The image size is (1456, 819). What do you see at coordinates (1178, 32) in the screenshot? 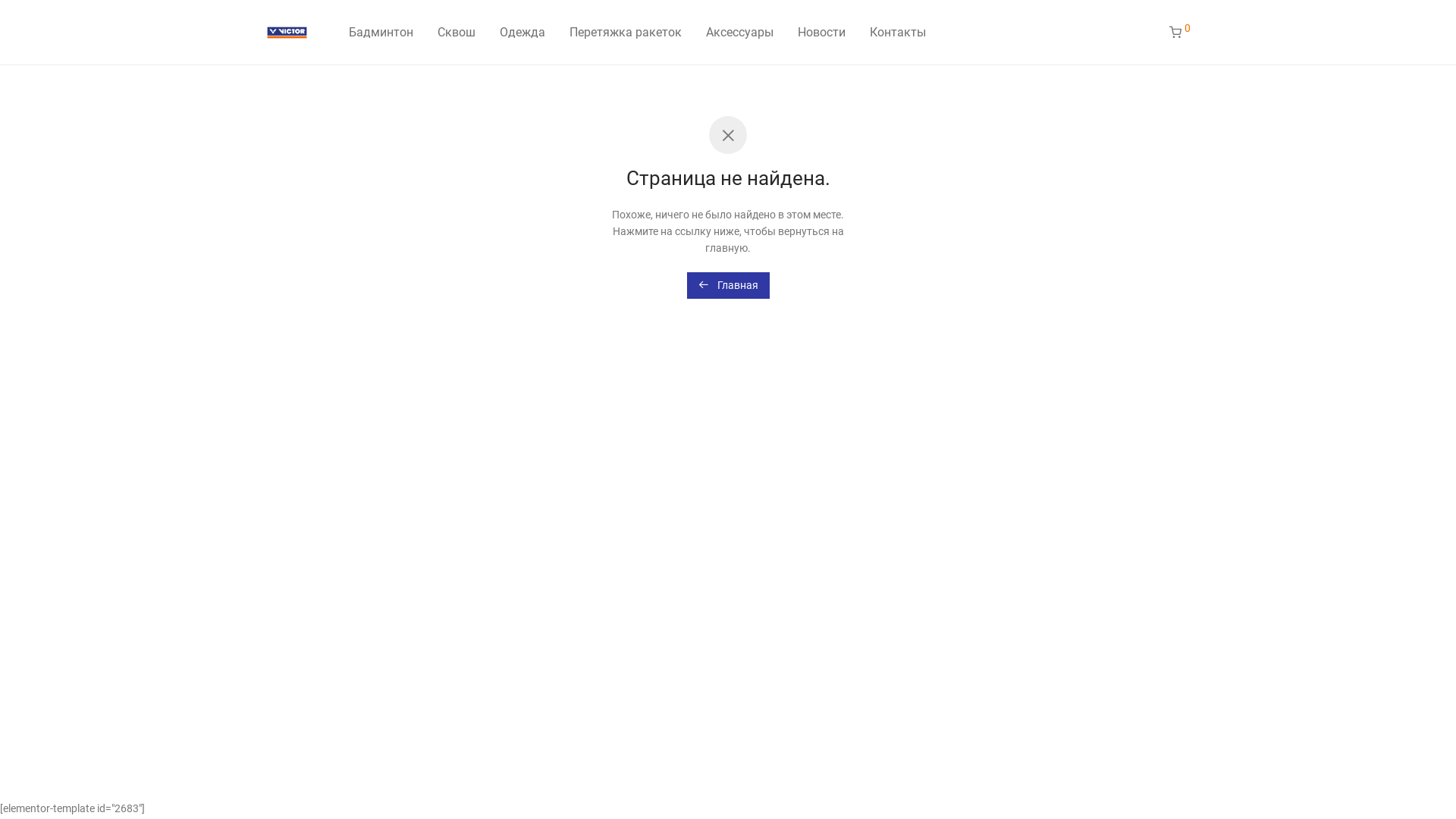
I see `'0'` at bounding box center [1178, 32].